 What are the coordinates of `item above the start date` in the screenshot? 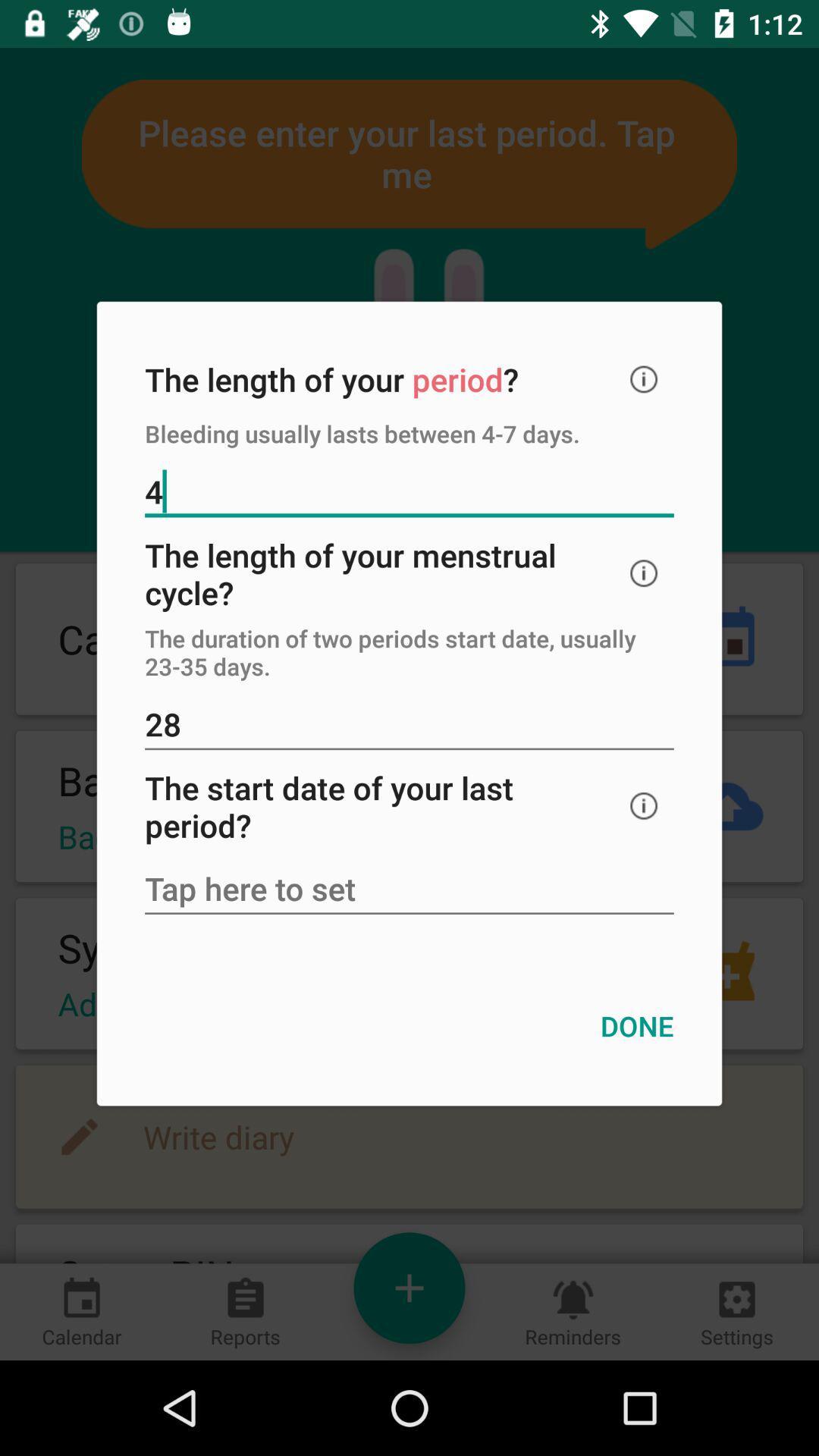 It's located at (409, 725).